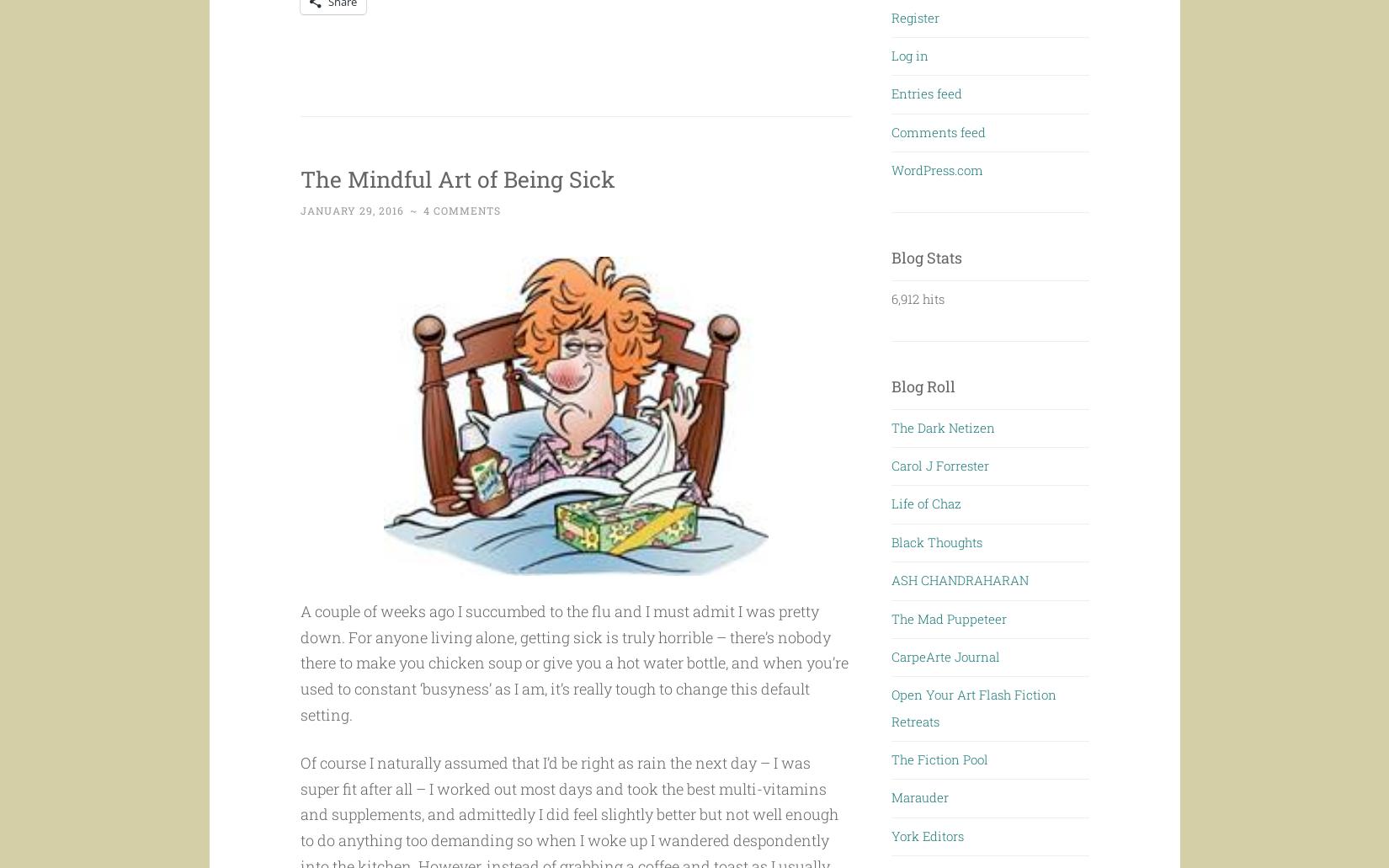  I want to click on 'York Editors', so click(928, 834).